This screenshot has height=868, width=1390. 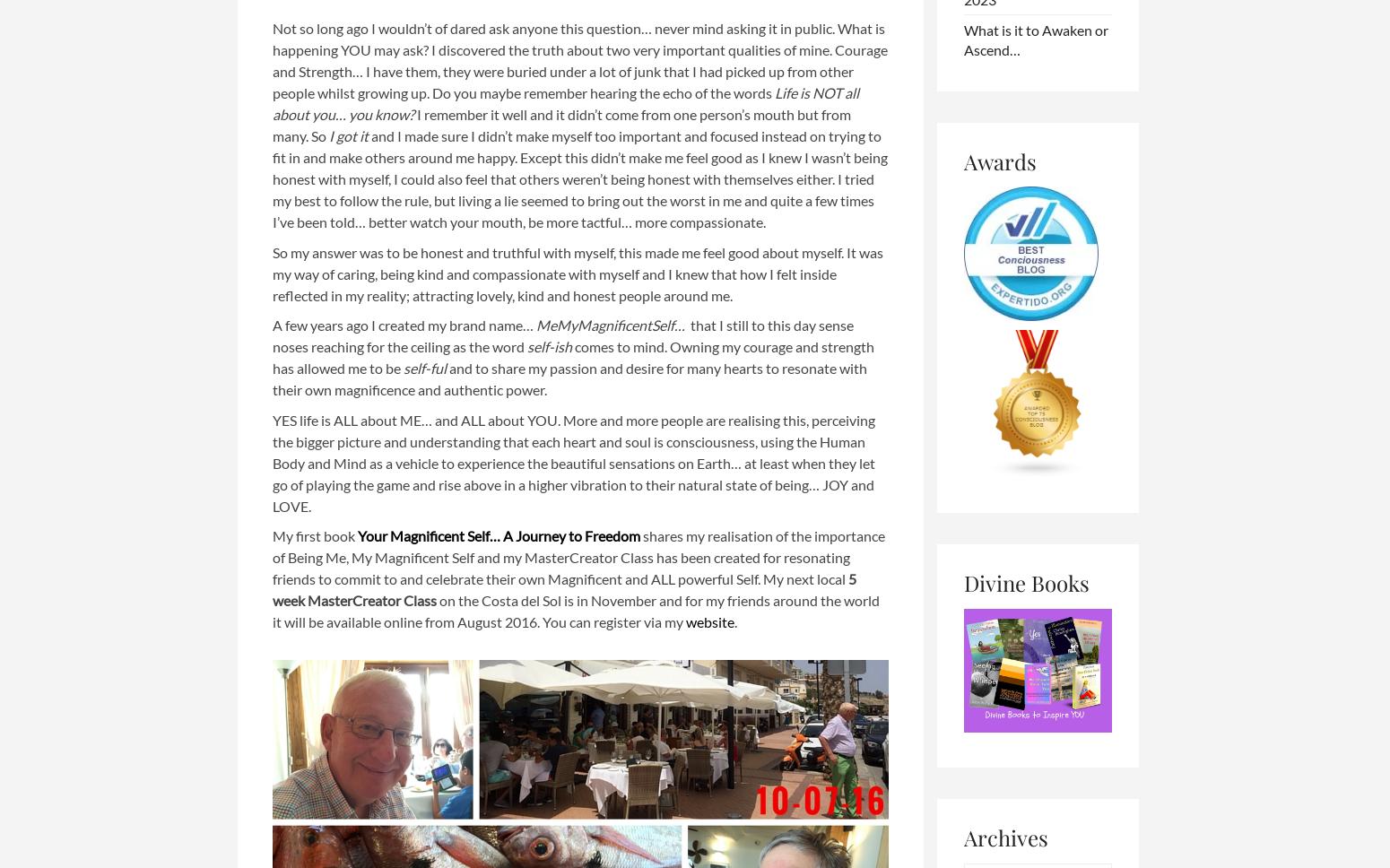 What do you see at coordinates (572, 462) in the screenshot?
I see `'YES life is ALL about ME… and ALL about YOU. More and more people are realising this, perceiving the bigger picture and understanding that each heart and soul is consciousness, using the Human Body and Mind as a vehicle to experience the beautiful sensations on Earth… at least when they let go of playing the game and rise above in a higher vibration to their natural state of being… JOY and LOVE.'` at bounding box center [572, 462].